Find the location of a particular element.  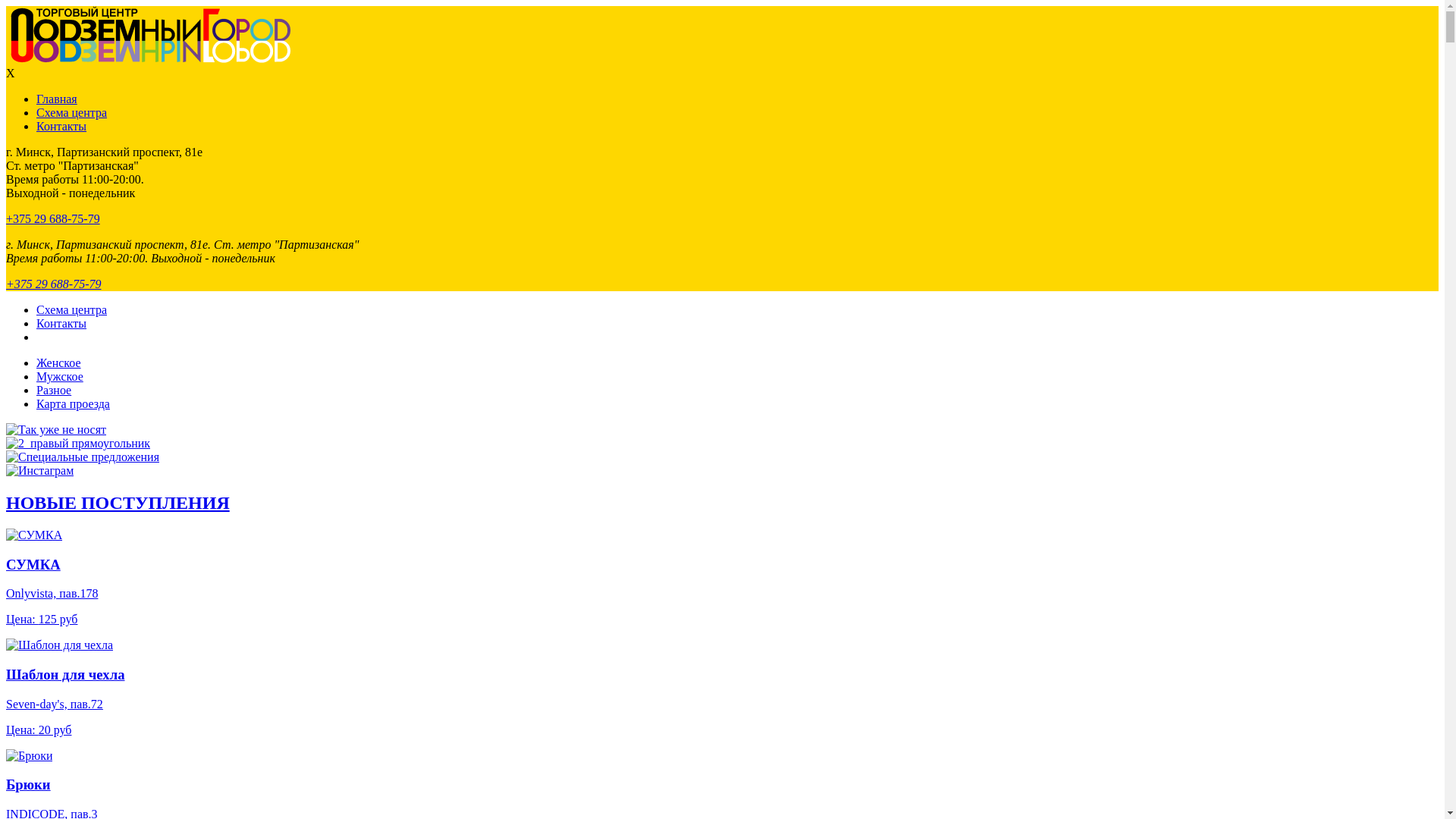

'+375 29 688-75-79' is located at coordinates (53, 284).